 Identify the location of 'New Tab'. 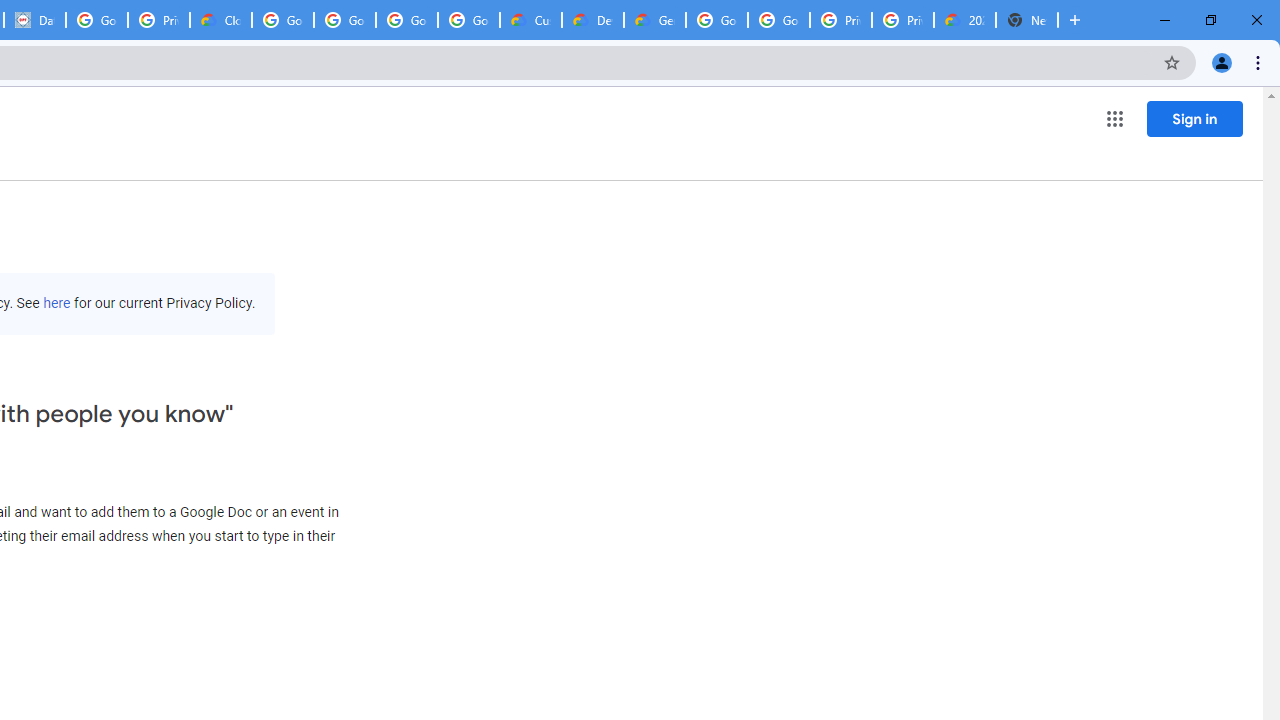
(1027, 20).